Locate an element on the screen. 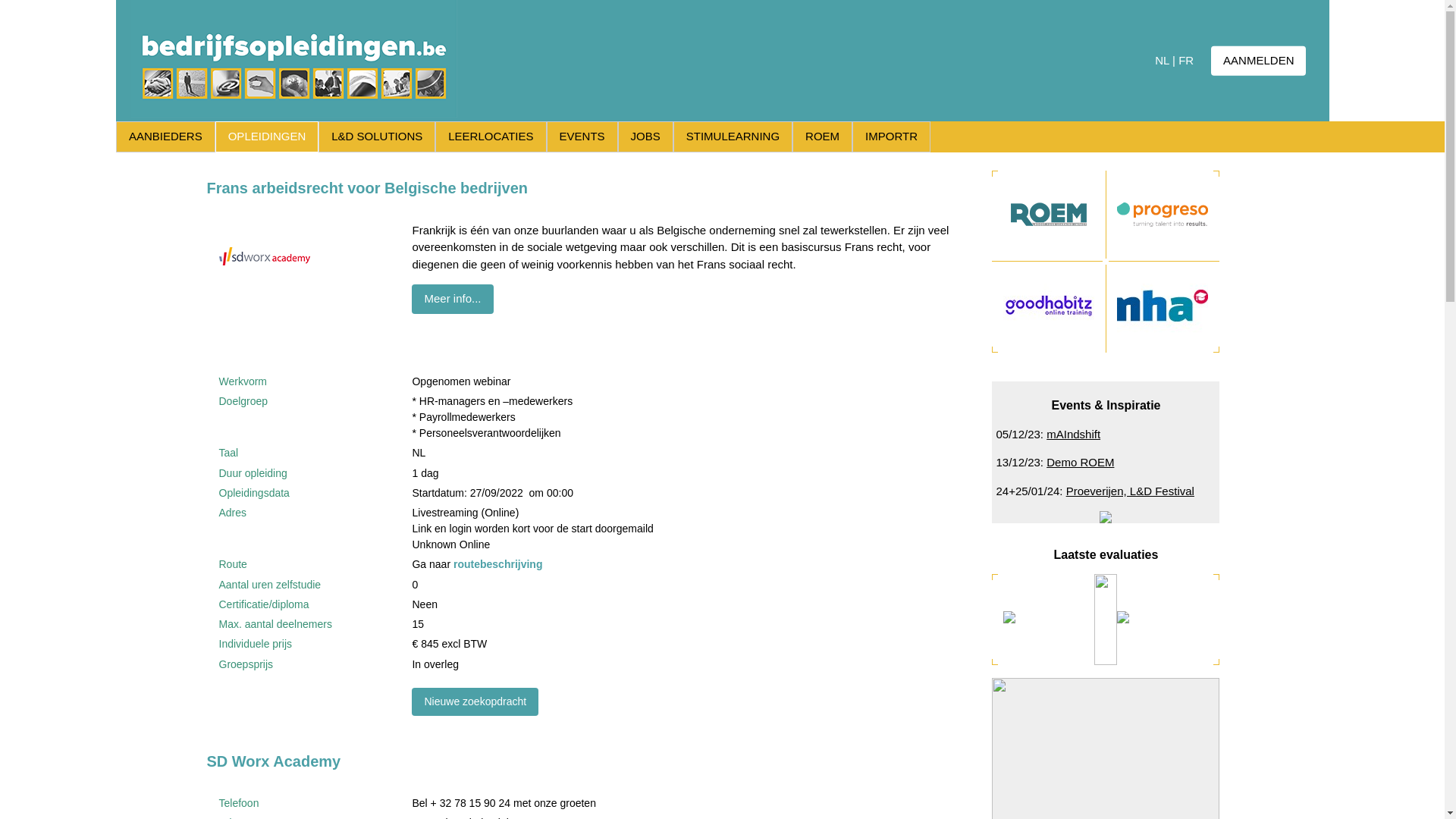 The width and height of the screenshot is (1456, 819). 'Proeverijen, L&D Festival' is located at coordinates (1130, 491).